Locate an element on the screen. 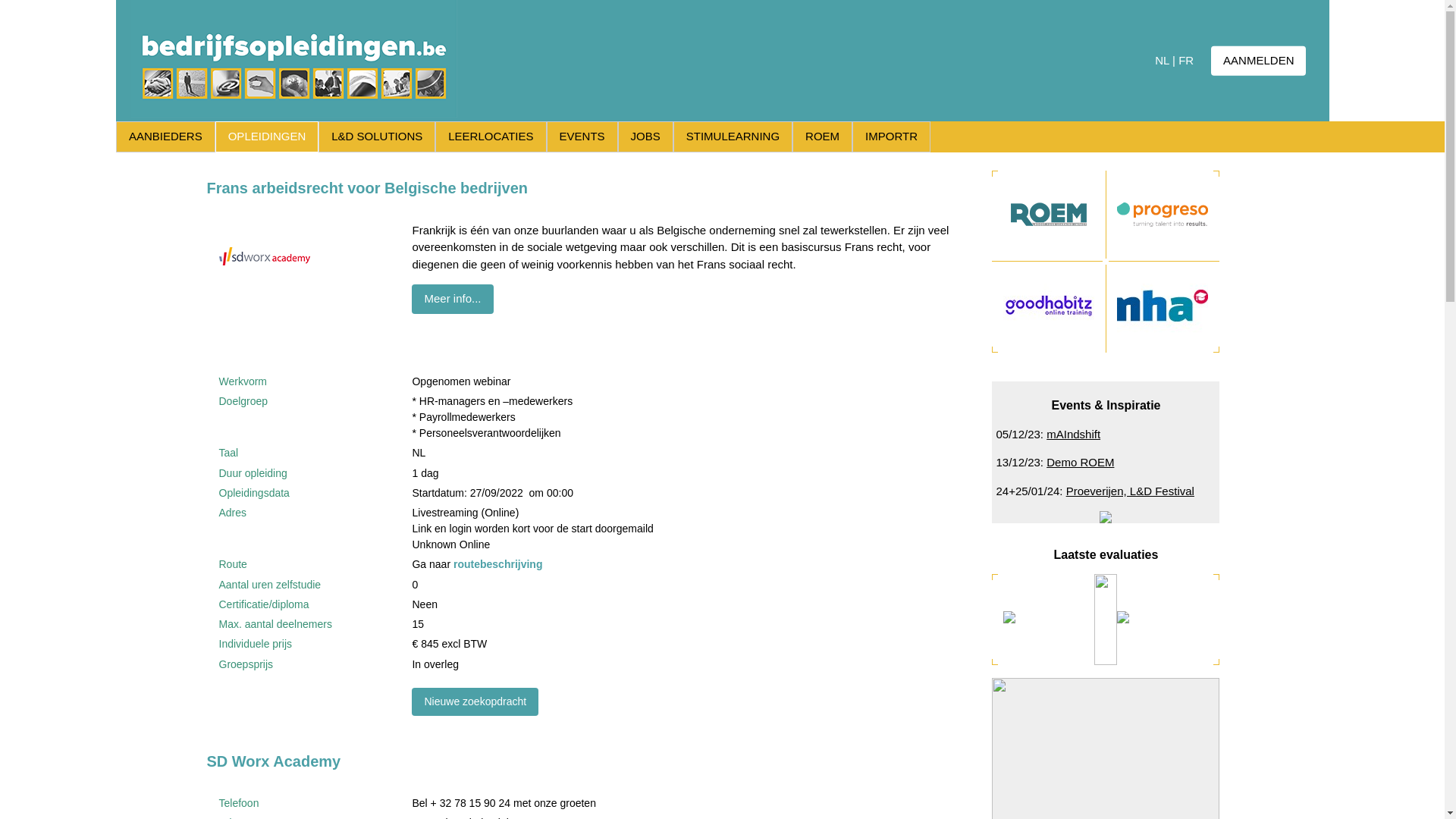 The width and height of the screenshot is (1456, 819). 'Proeverijen, L&D Festival' is located at coordinates (1130, 491).